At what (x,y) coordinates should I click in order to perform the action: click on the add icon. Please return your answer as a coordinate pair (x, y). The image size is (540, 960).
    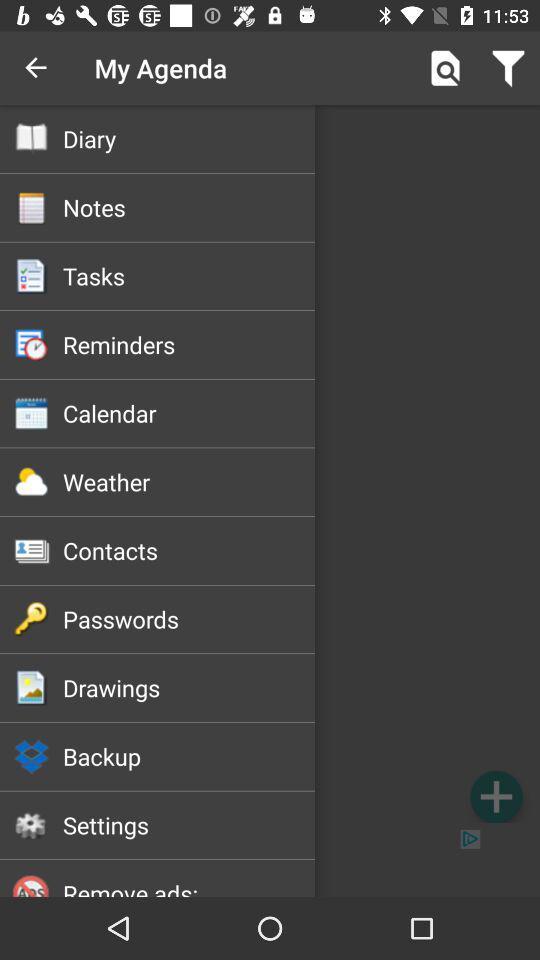
    Looking at the image, I should click on (495, 796).